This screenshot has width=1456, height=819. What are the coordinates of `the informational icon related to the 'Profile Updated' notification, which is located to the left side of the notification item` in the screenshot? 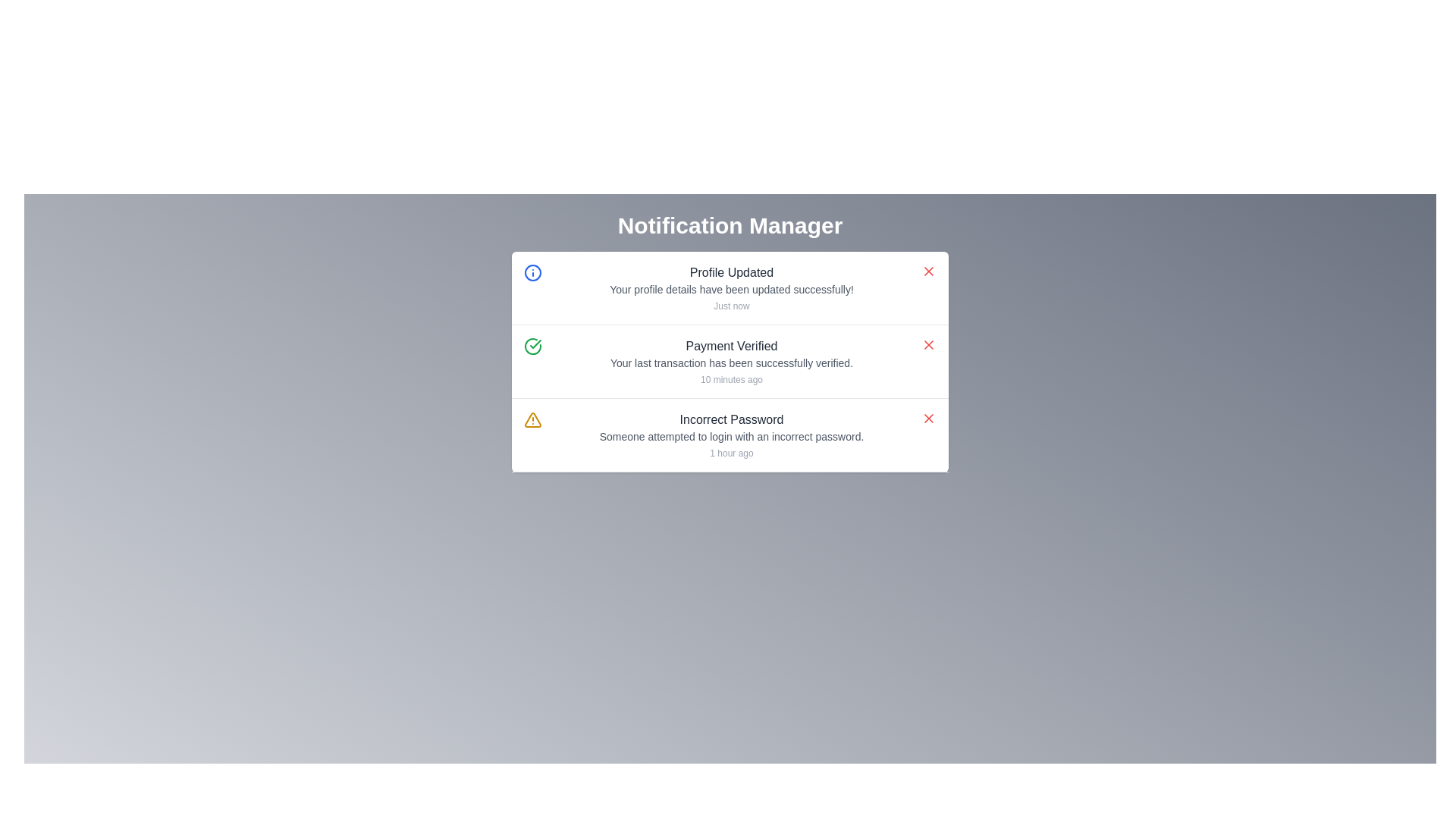 It's located at (532, 271).